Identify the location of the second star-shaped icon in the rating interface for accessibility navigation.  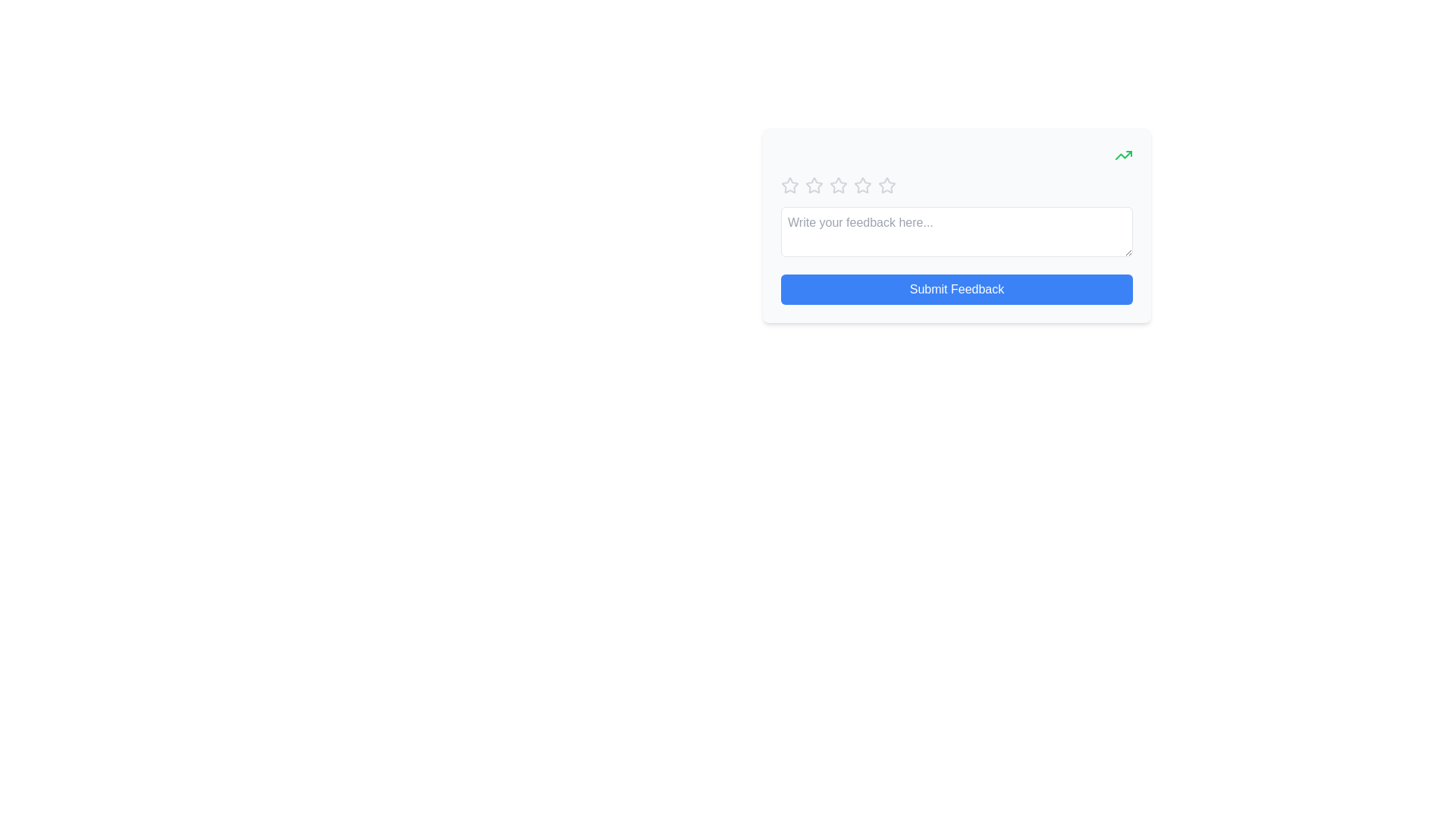
(814, 184).